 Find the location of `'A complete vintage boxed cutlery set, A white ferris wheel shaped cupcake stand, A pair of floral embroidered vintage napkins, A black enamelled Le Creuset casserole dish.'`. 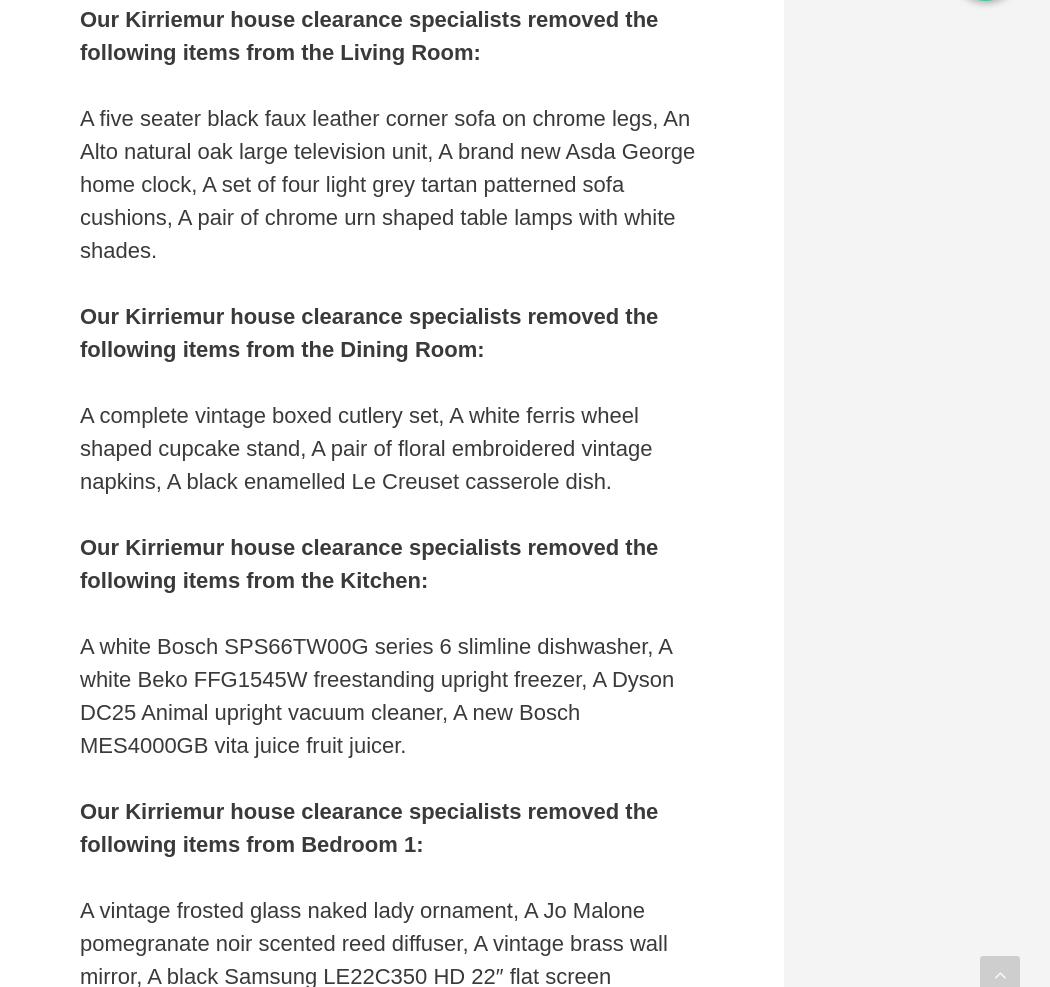

'A complete vintage boxed cutlery set, A white ferris wheel shaped cupcake stand, A pair of floral embroidered vintage napkins, A black enamelled Le Creuset casserole dish.' is located at coordinates (80, 446).